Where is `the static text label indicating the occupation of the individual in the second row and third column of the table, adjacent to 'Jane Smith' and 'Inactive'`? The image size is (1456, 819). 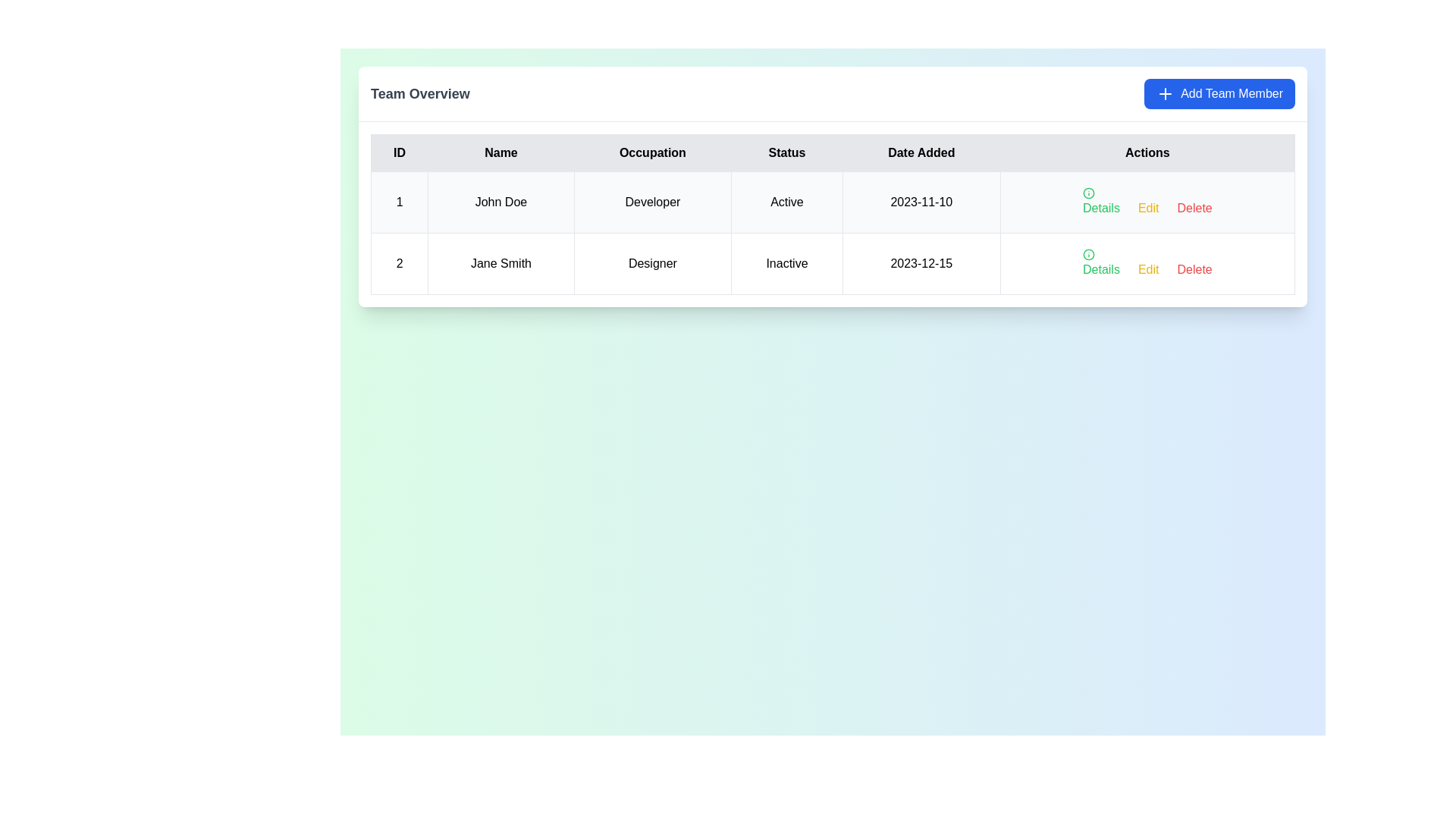 the static text label indicating the occupation of the individual in the second row and third column of the table, adjacent to 'Jane Smith' and 'Inactive' is located at coordinates (652, 262).